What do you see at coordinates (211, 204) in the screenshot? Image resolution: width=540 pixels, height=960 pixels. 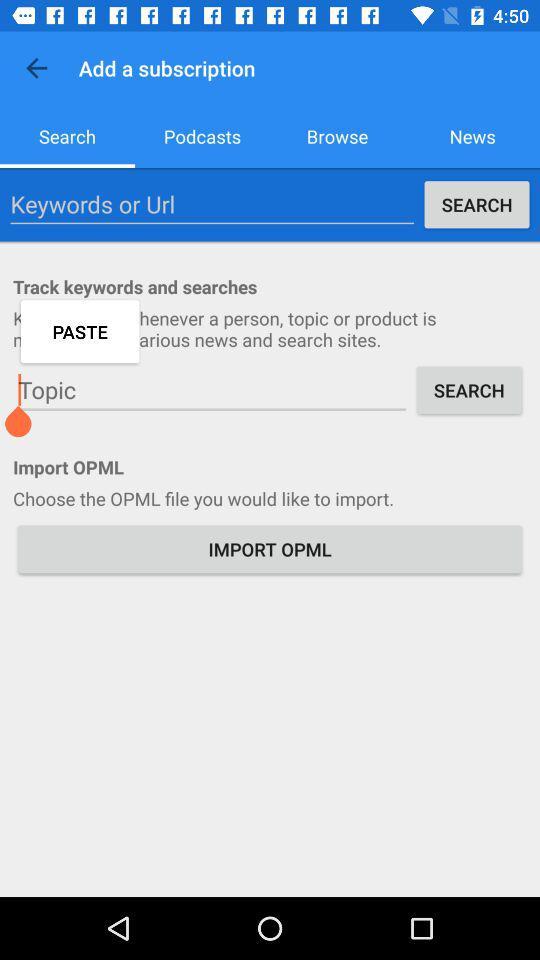 I see `the icon next to search` at bounding box center [211, 204].